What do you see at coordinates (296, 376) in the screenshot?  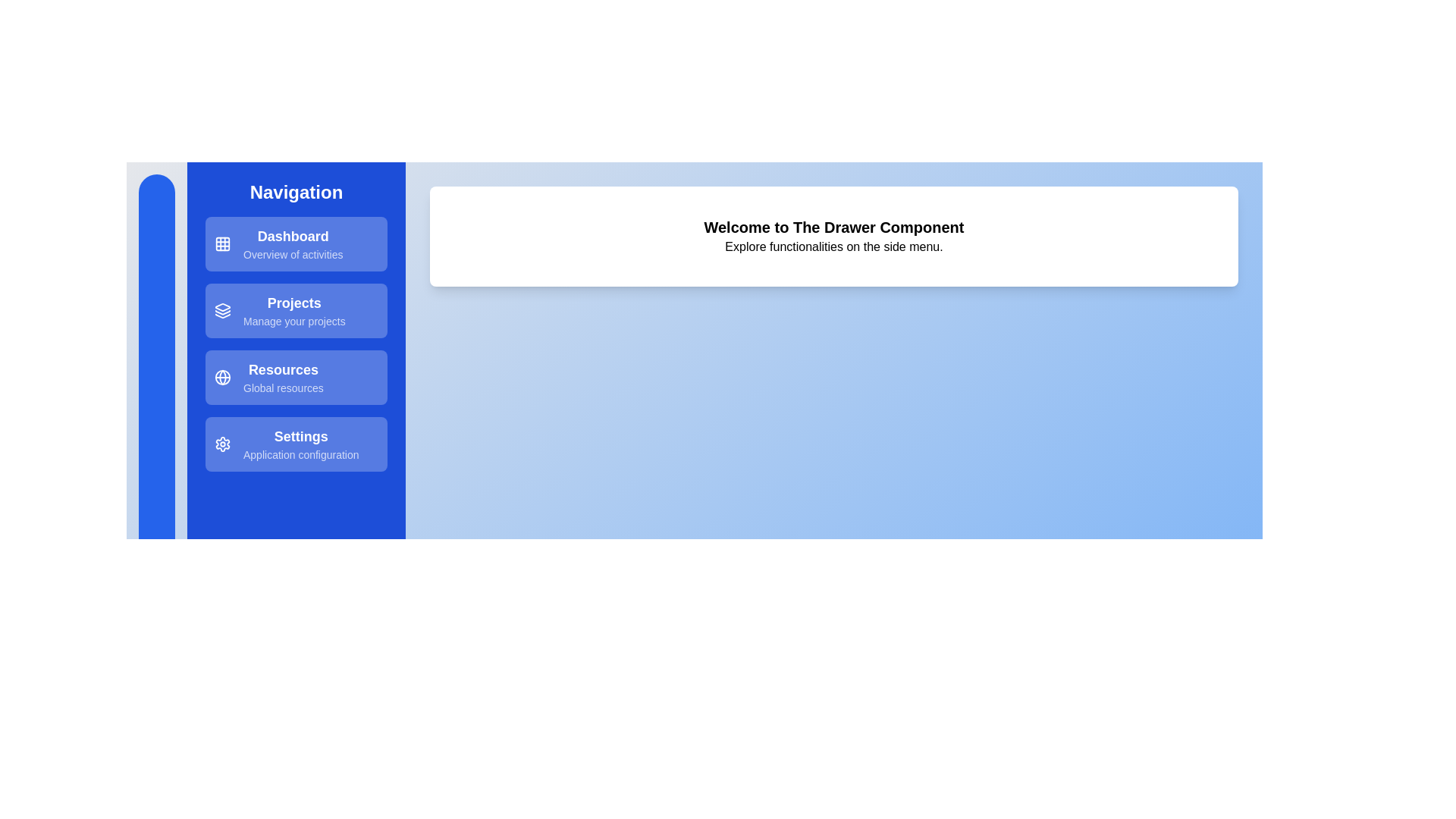 I see `the drawer item labeled 'Resources' to view additional feedback` at bounding box center [296, 376].